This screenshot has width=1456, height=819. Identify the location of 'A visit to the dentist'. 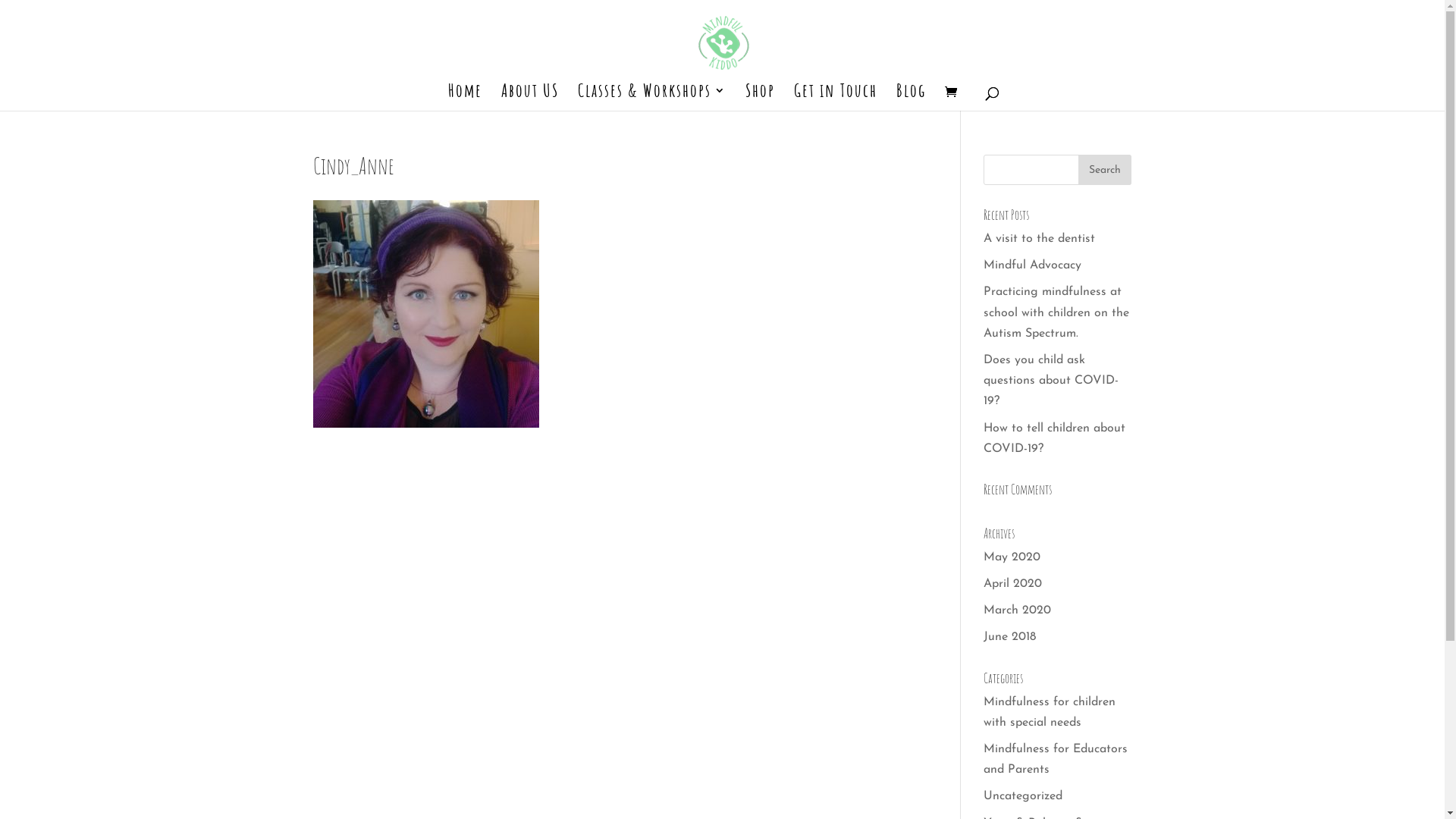
(1038, 239).